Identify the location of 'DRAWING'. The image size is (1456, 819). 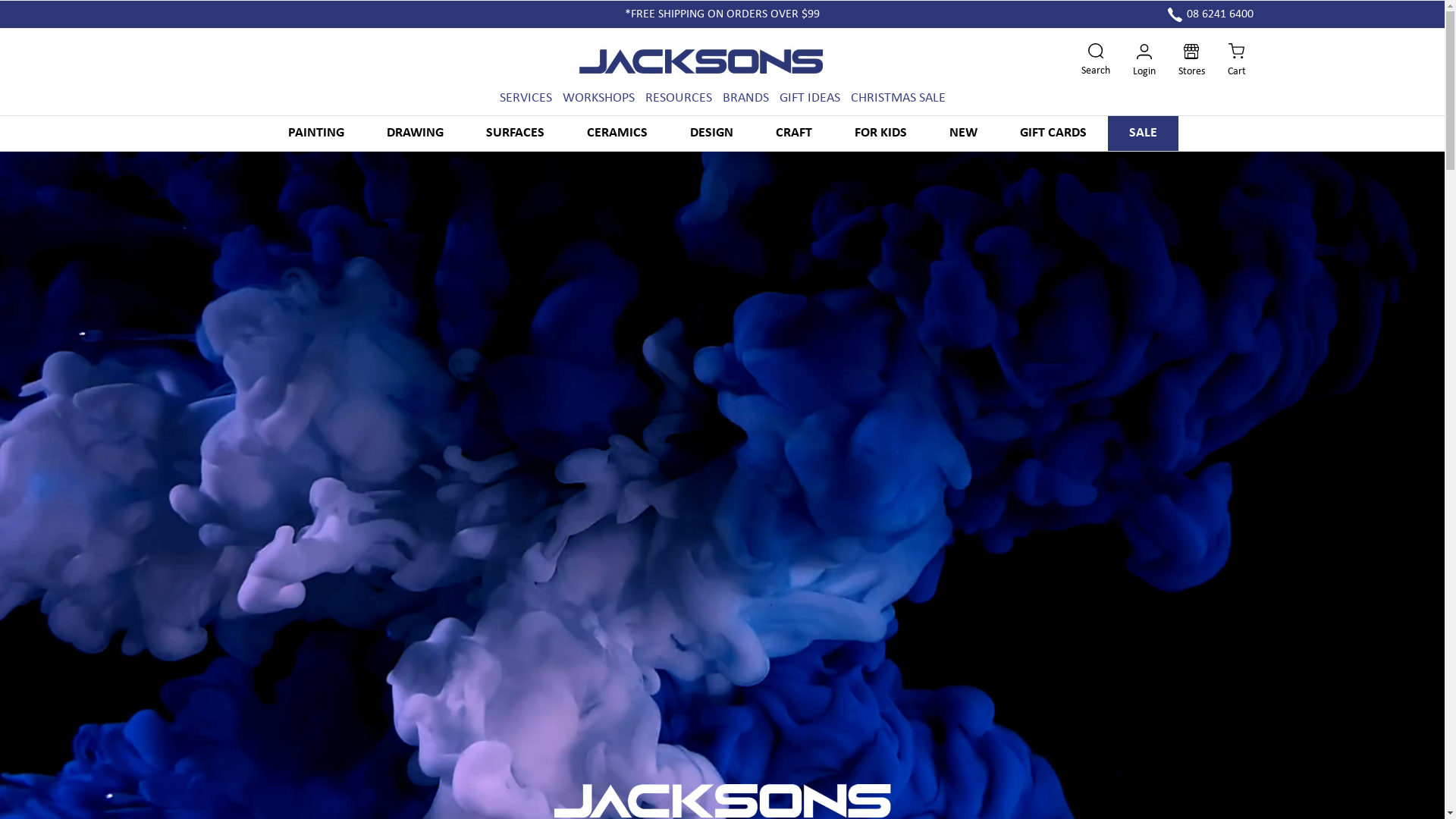
(415, 133).